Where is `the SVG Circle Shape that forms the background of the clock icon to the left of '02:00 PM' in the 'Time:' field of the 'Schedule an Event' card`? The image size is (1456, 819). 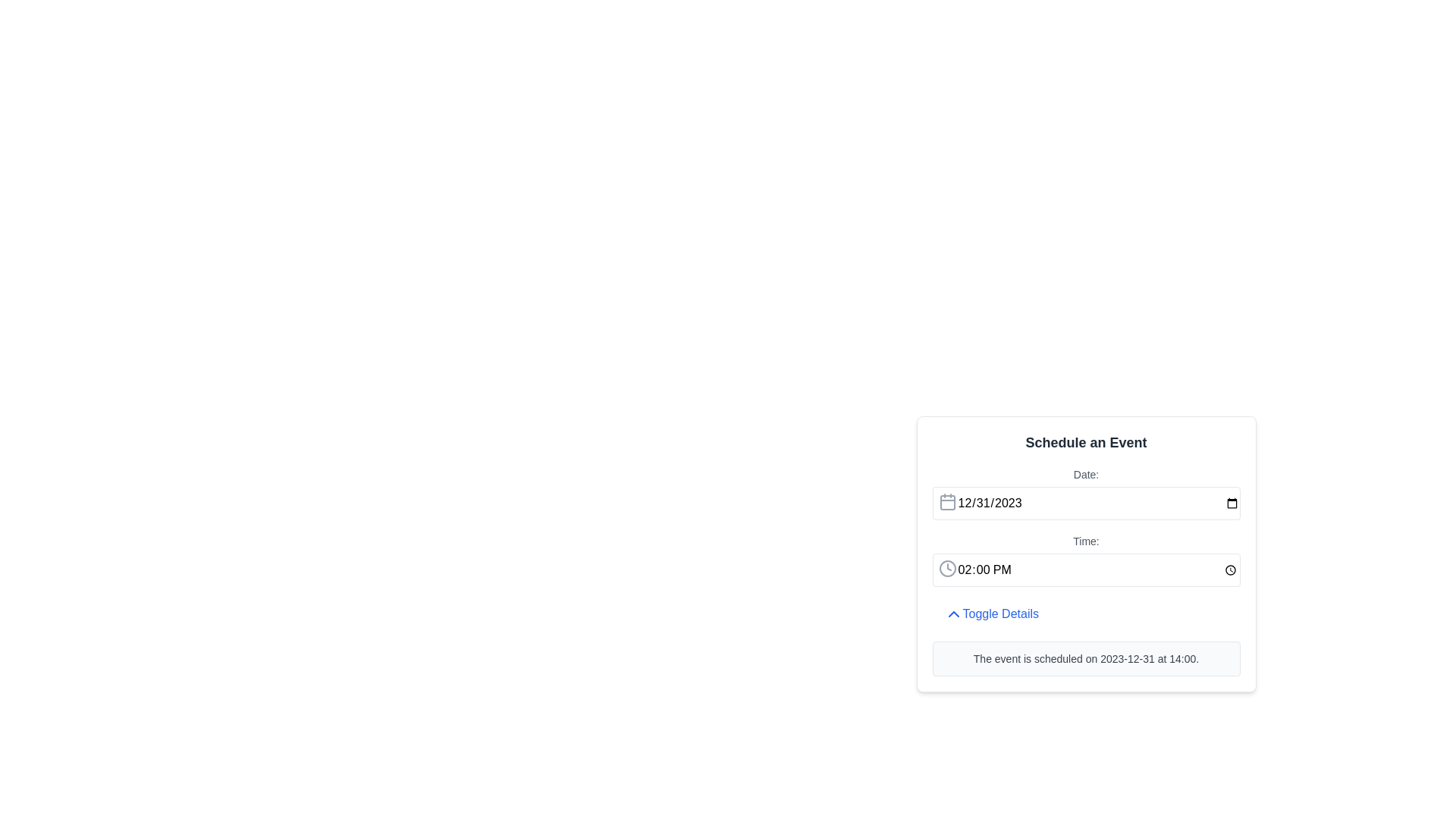 the SVG Circle Shape that forms the background of the clock icon to the left of '02:00 PM' in the 'Time:' field of the 'Schedule an Event' card is located at coordinates (946, 568).